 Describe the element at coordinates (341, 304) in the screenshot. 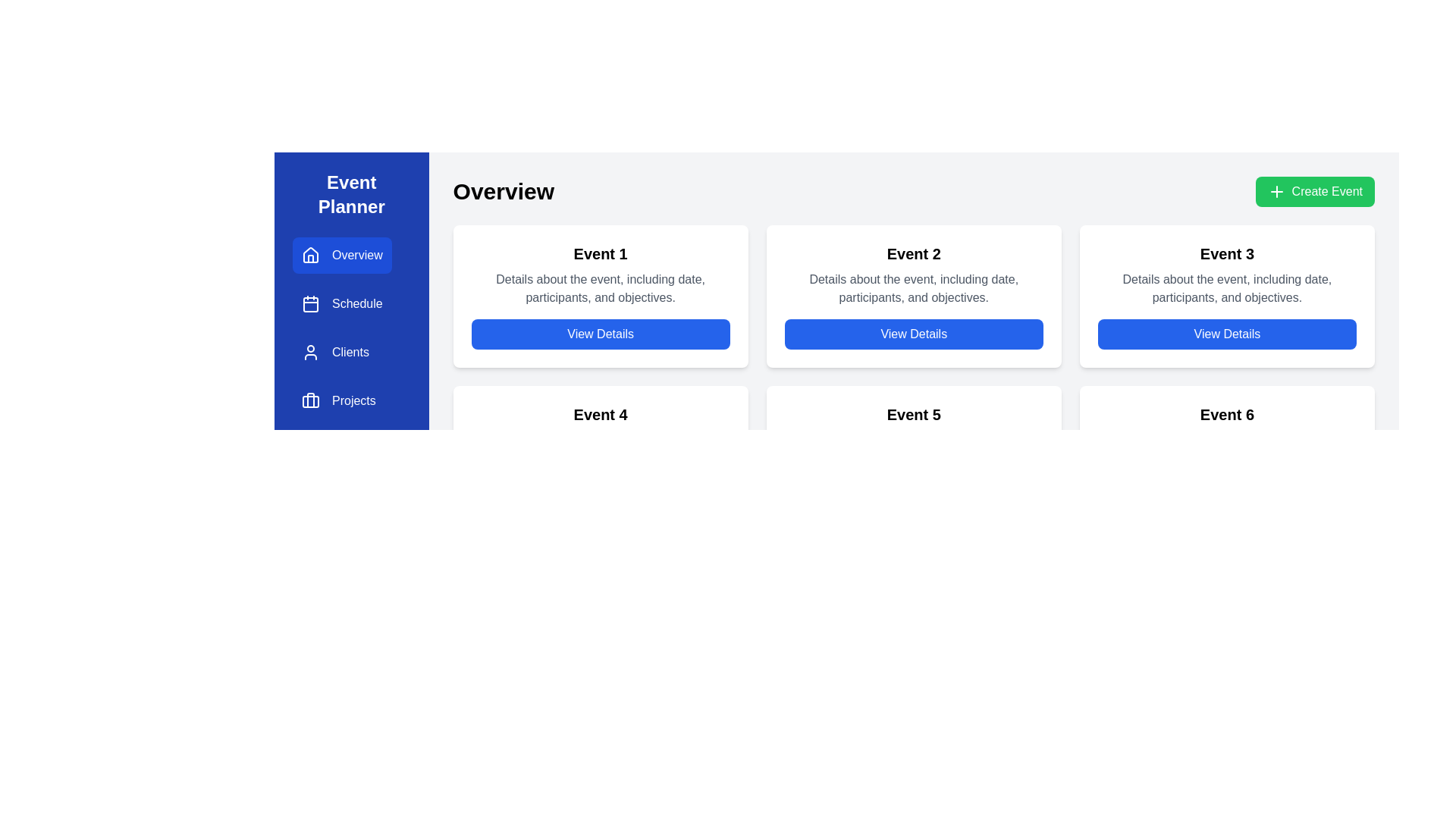

I see `the second navigation button in the vertical menu` at that location.